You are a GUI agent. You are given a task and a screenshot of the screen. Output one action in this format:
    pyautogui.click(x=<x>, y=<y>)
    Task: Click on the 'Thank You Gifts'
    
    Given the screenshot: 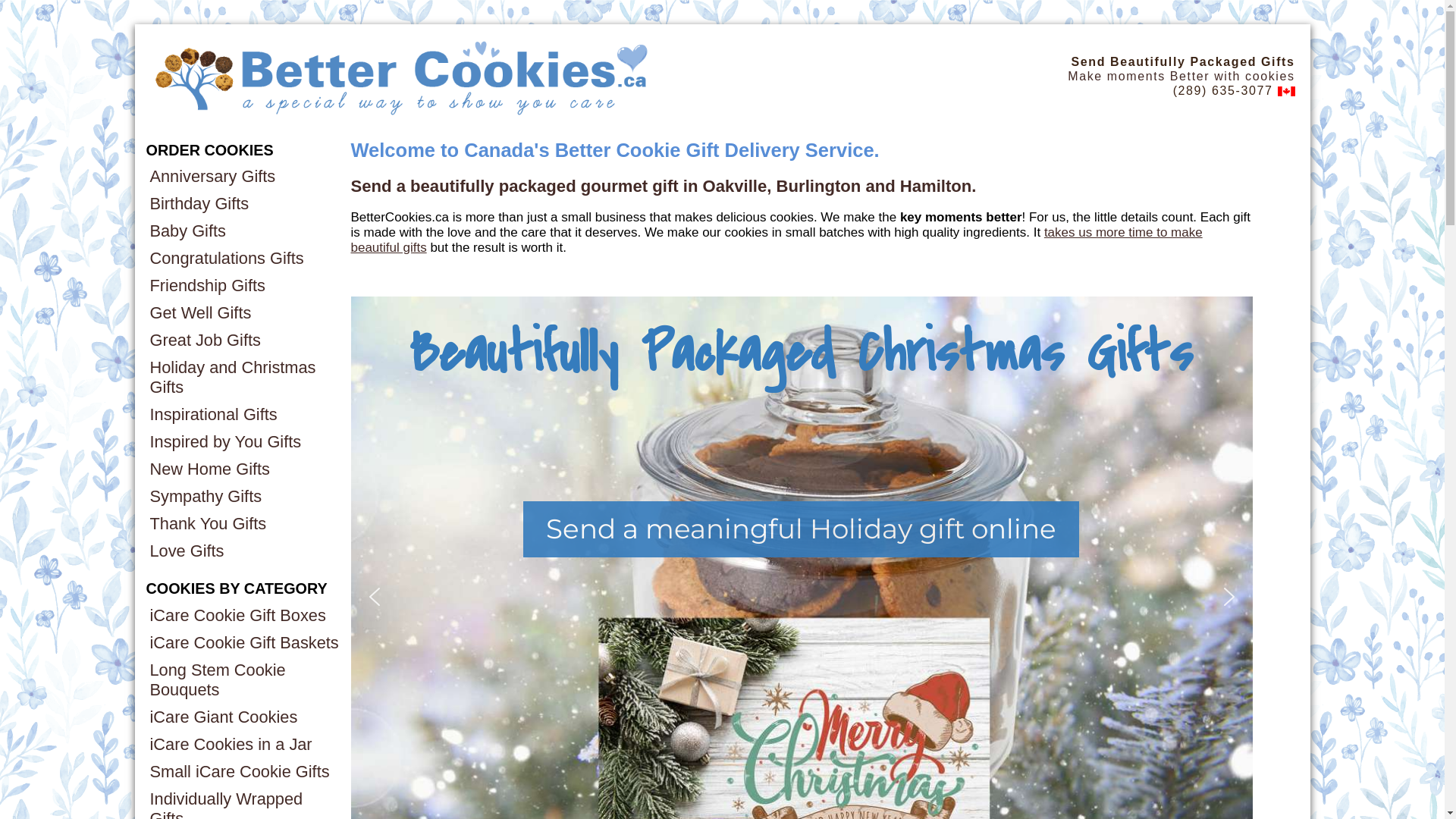 What is the action you would take?
    pyautogui.click(x=243, y=522)
    